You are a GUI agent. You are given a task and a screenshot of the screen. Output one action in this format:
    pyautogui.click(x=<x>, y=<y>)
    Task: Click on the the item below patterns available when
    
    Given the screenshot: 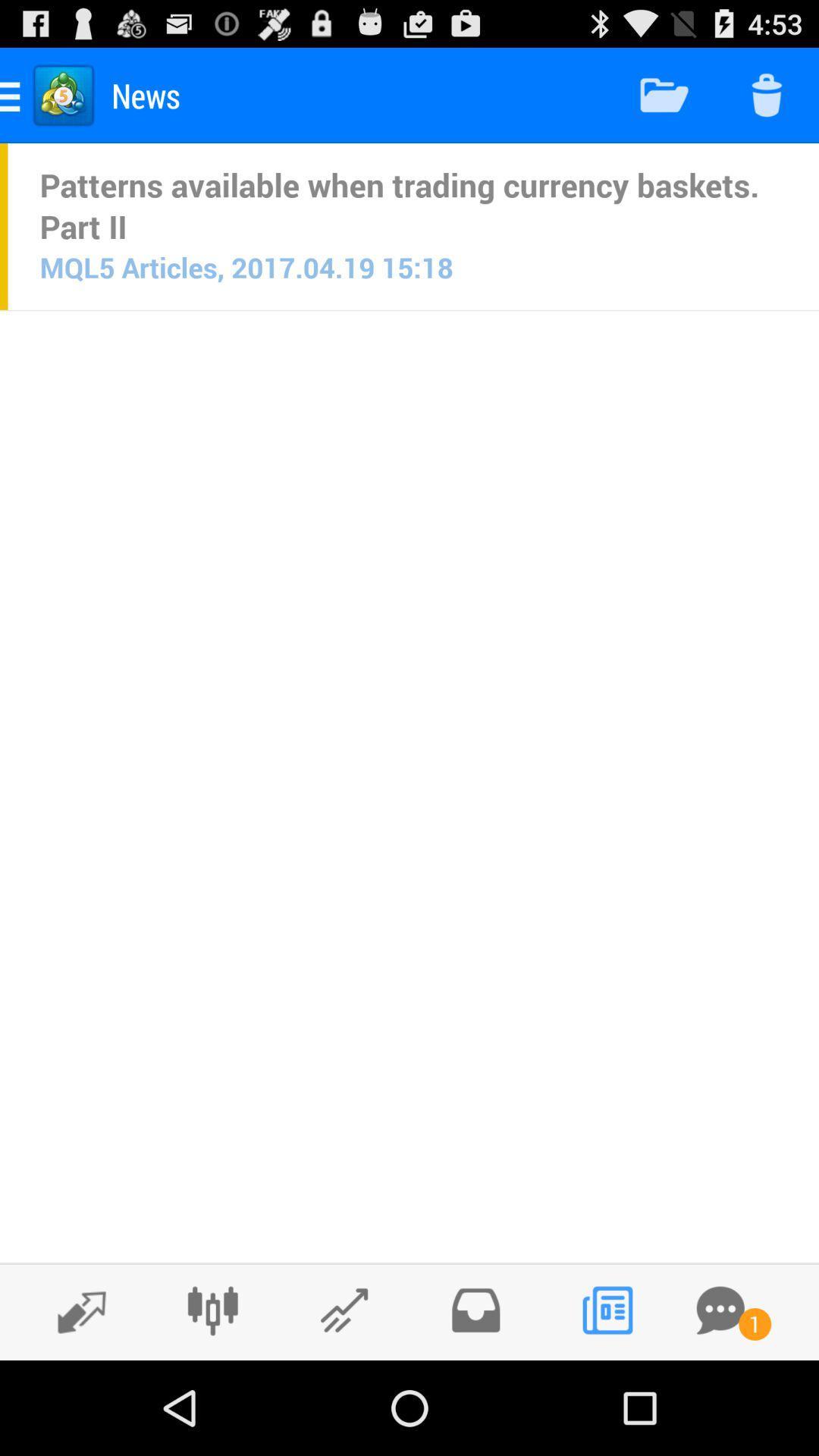 What is the action you would take?
    pyautogui.click(x=246, y=267)
    